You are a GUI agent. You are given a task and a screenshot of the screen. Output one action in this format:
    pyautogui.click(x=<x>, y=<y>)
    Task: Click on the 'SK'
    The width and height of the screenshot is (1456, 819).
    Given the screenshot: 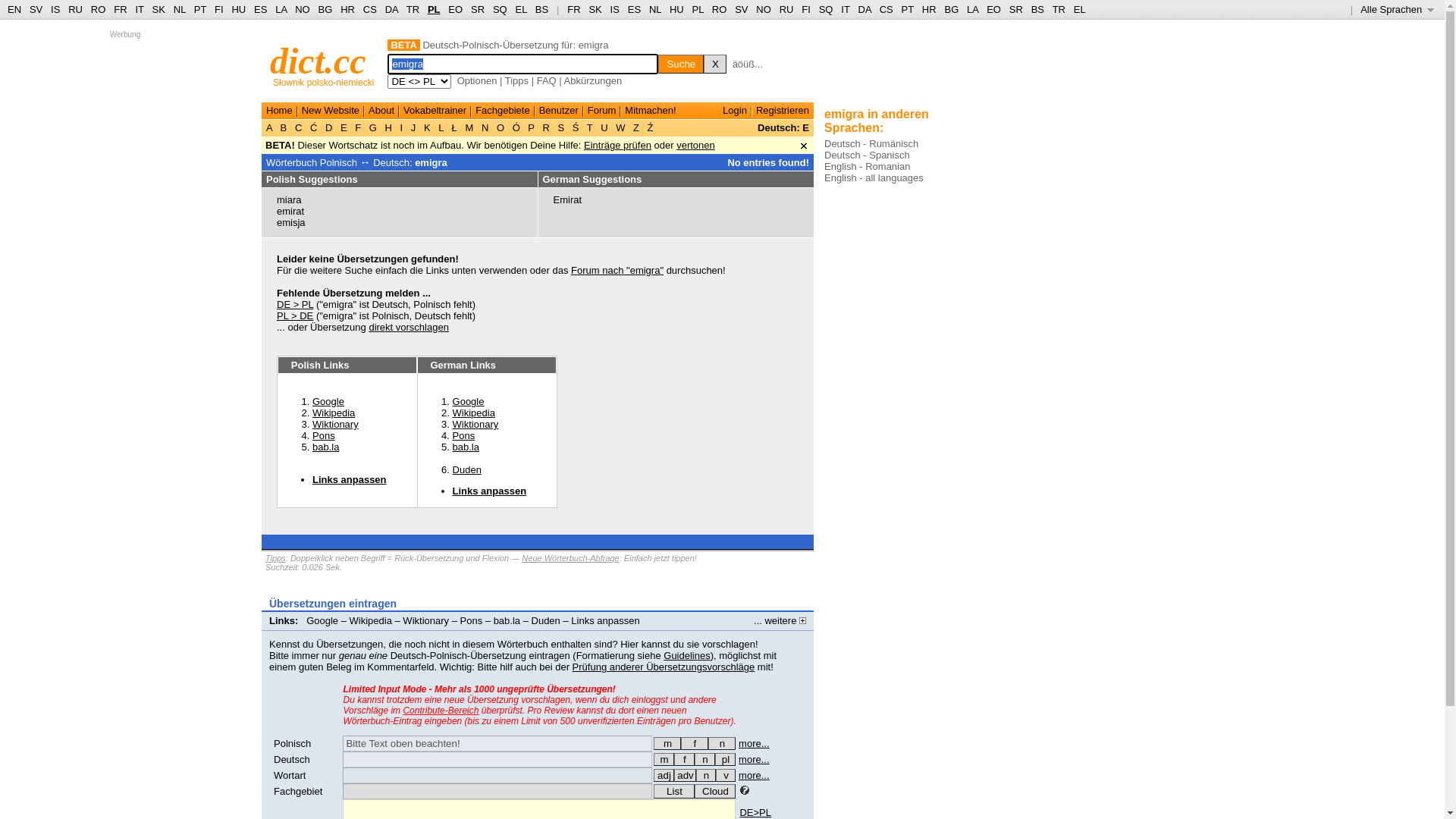 What is the action you would take?
    pyautogui.click(x=594, y=9)
    